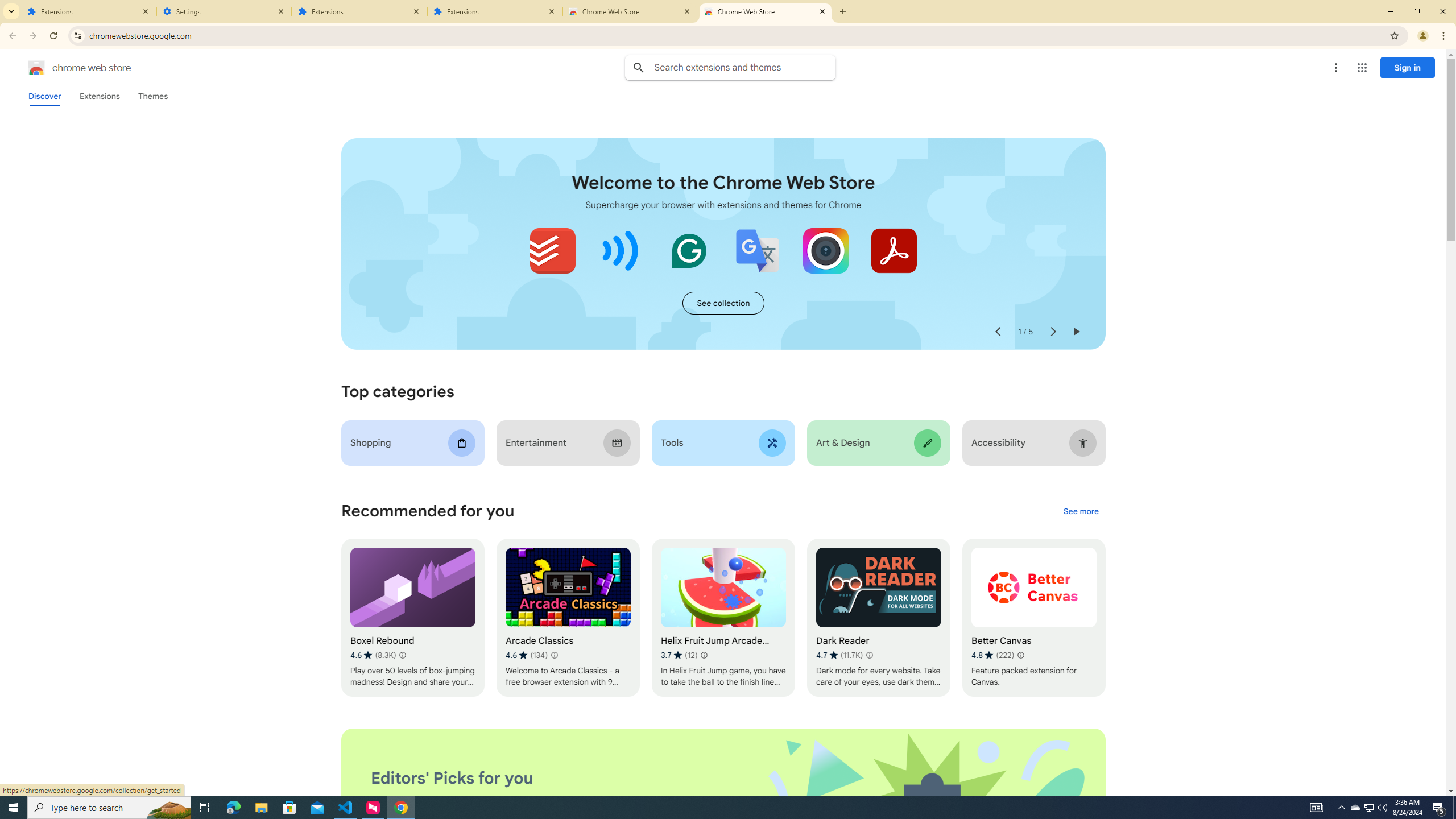 Image resolution: width=1456 pixels, height=819 pixels. I want to click on 'Adobe Acrobat: PDF edit, convert, sign tools', so click(892, 250).